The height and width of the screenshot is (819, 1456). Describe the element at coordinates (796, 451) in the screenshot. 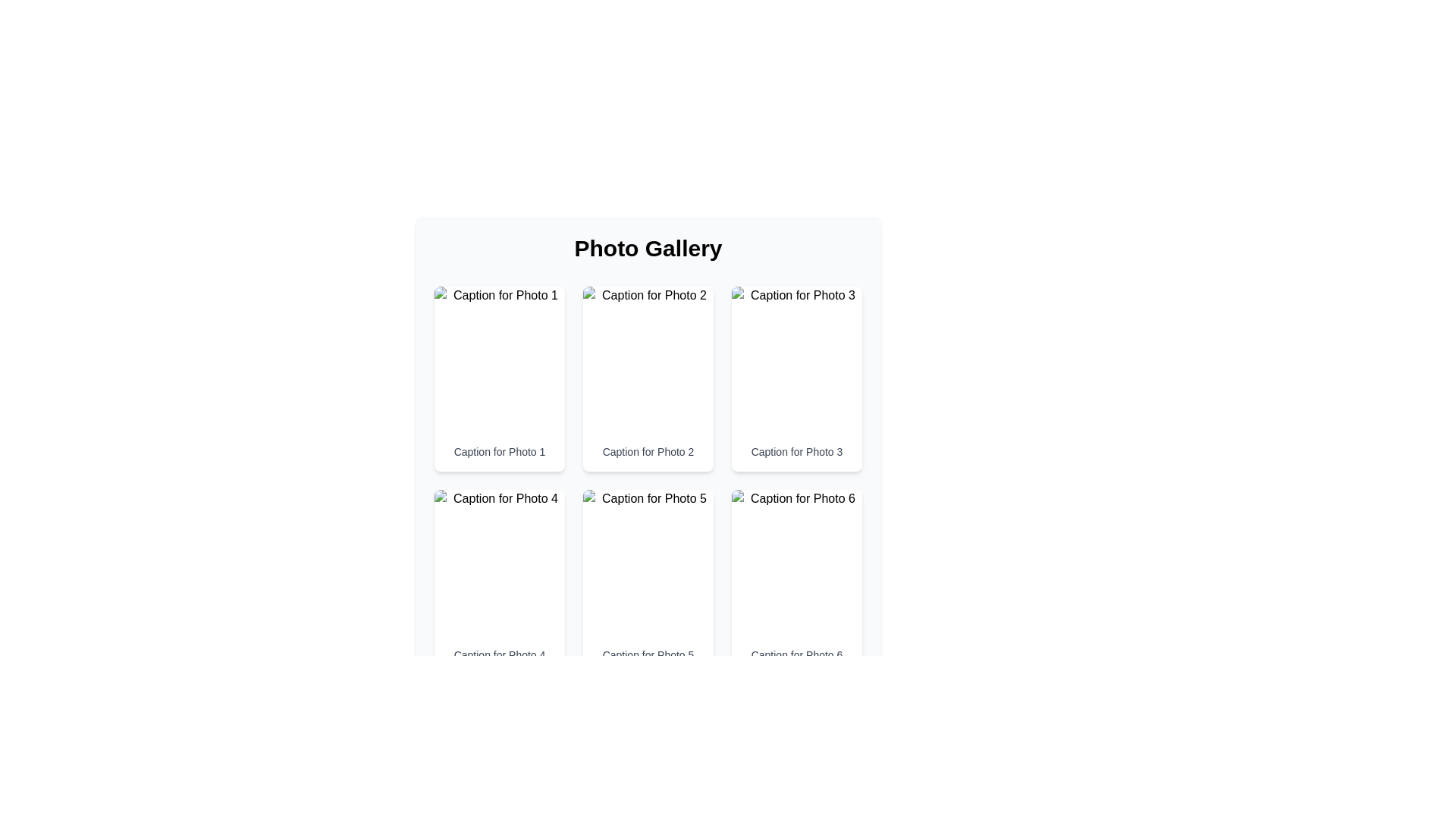

I see `the text caption element located at the bottom of the third card in the top row of the photo gallery layout, which provides additional information about the image above it` at that location.